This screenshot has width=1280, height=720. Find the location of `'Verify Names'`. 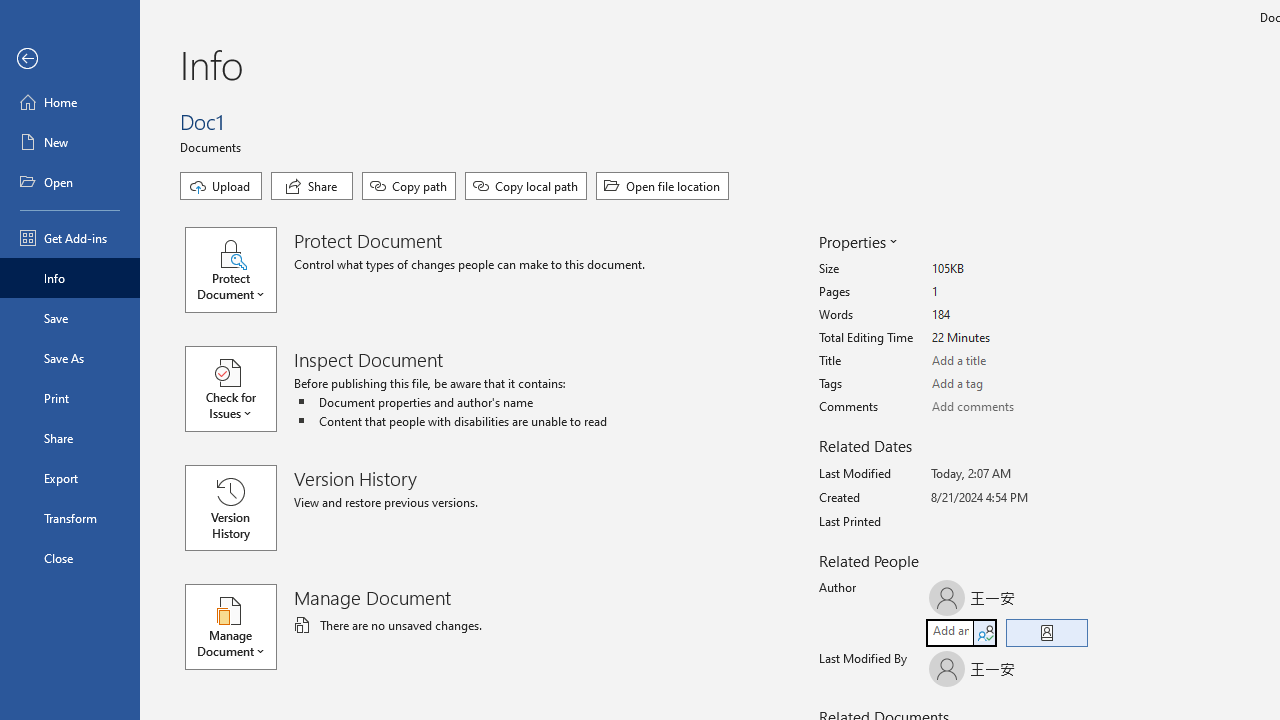

'Verify Names' is located at coordinates (984, 632).